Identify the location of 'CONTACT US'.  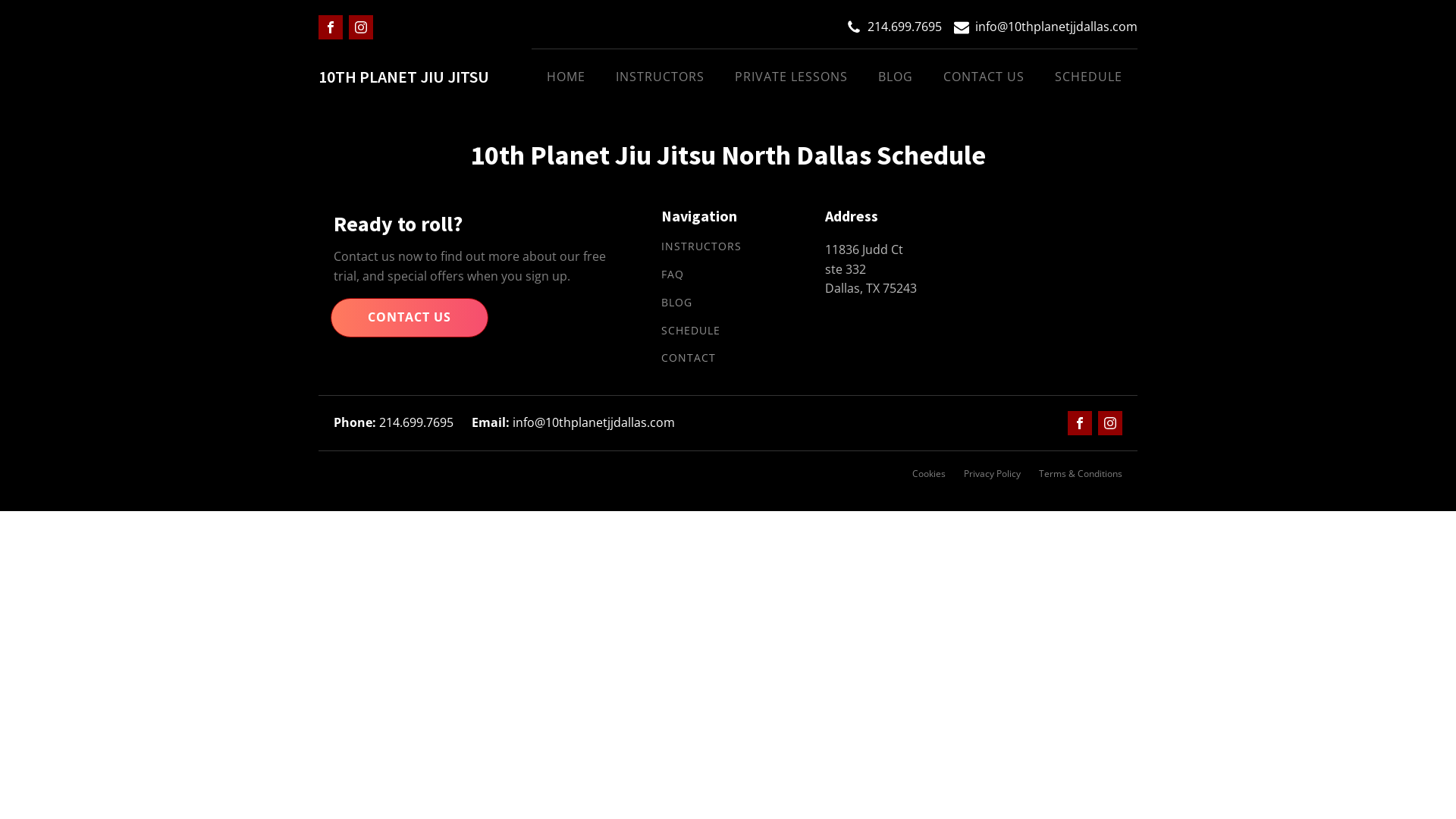
(984, 77).